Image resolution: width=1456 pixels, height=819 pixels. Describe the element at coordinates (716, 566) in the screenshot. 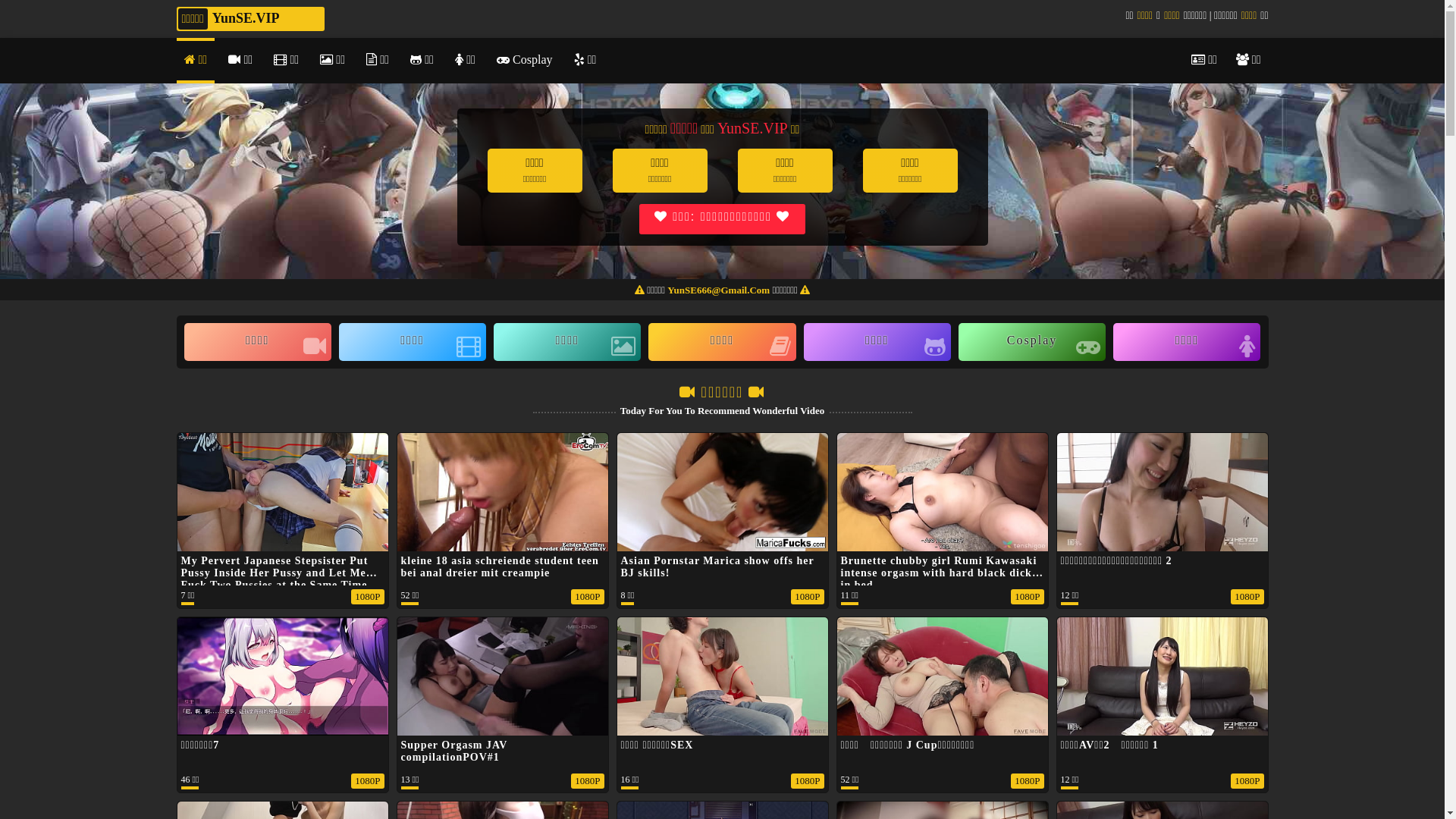

I see `'Asian Pornstar Marica show offs her BJ skills!'` at that location.